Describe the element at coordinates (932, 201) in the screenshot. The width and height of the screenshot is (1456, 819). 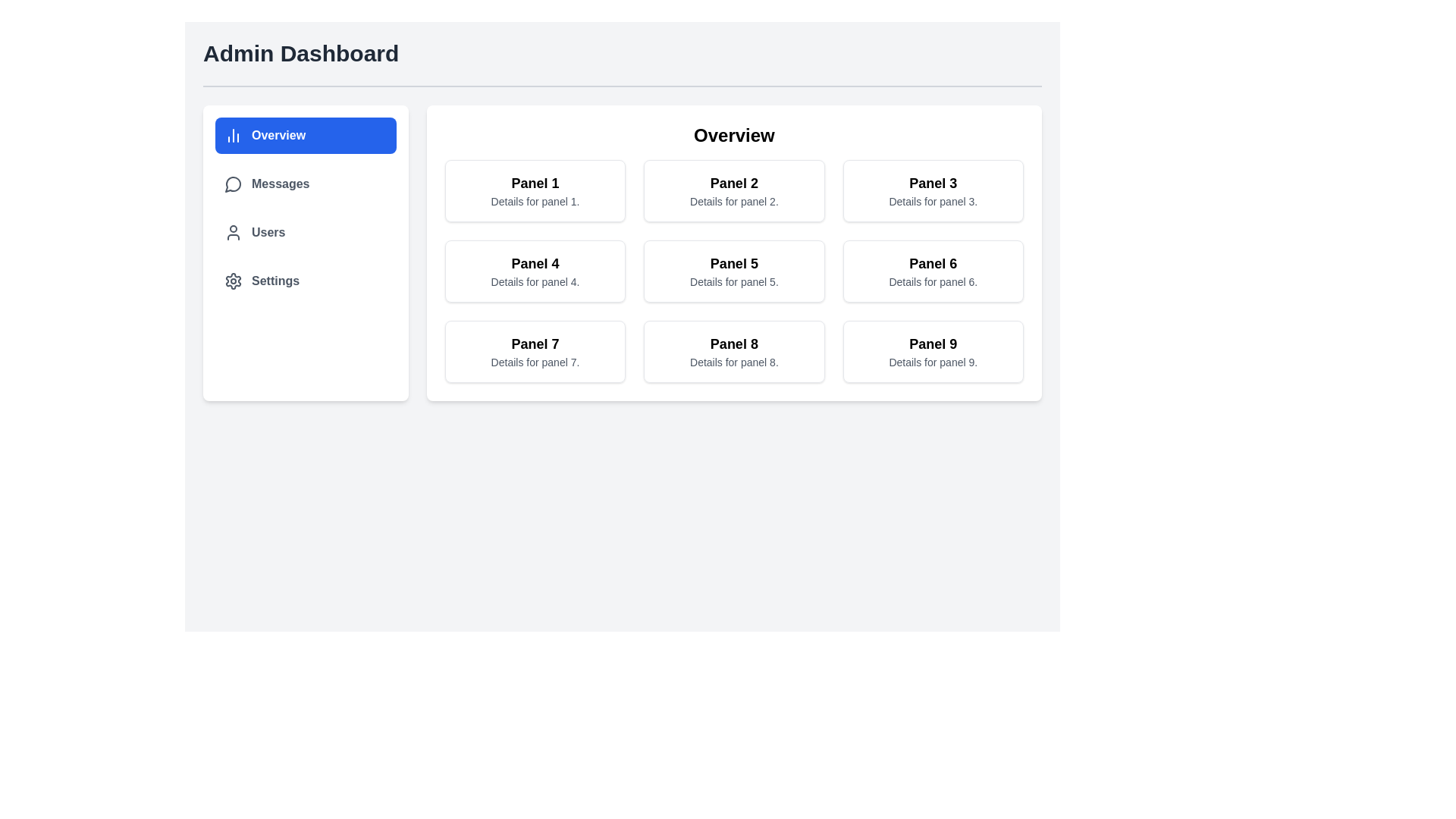
I see `the Static text label that reads 'Details for panel 3.' located beneath the title 'Panel 3' in the card-like panel structure` at that location.